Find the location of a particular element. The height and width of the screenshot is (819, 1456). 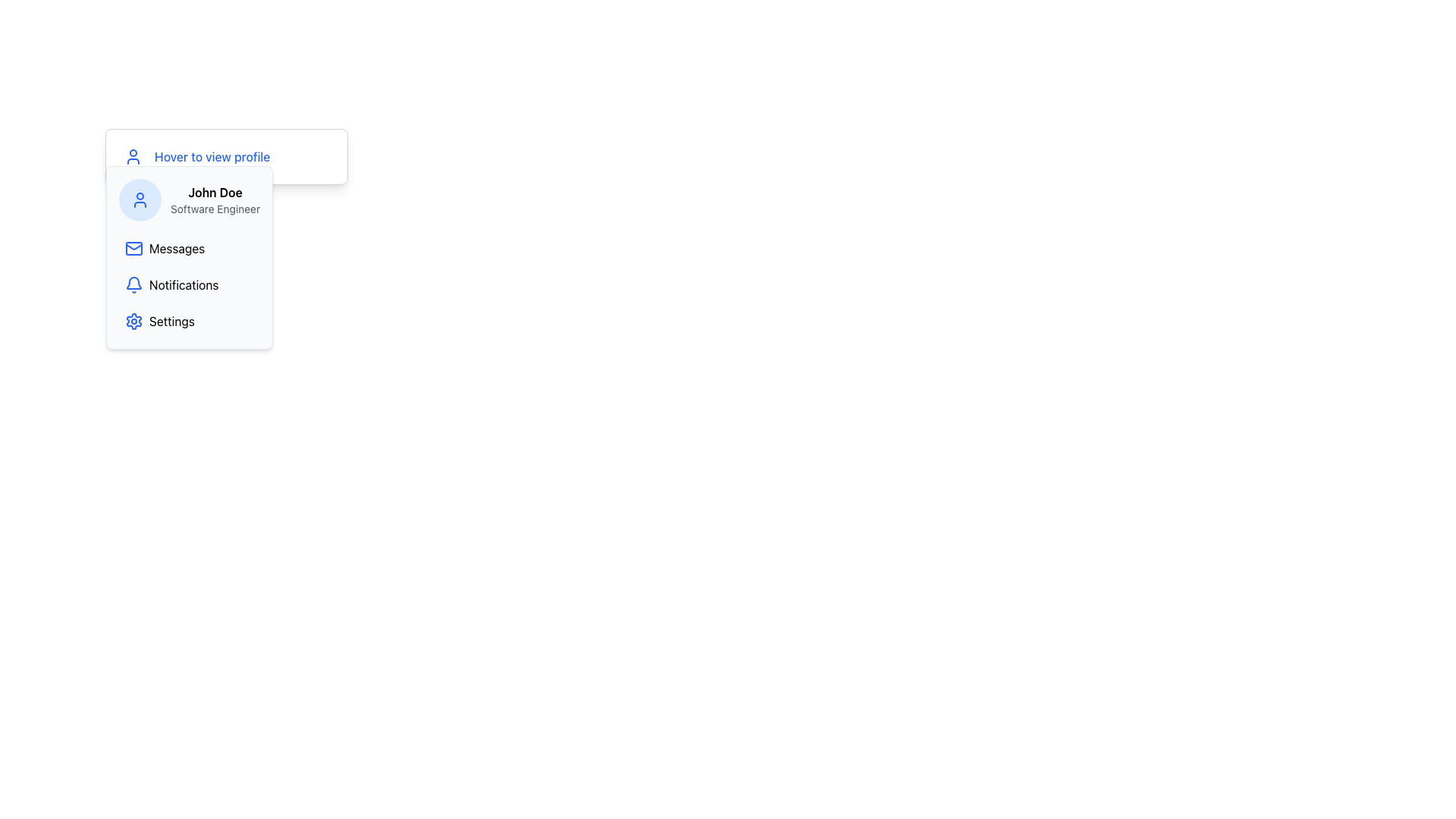

the user name text label in the profile menu section, which is located above the 'Software Engineer' text element is located at coordinates (215, 192).